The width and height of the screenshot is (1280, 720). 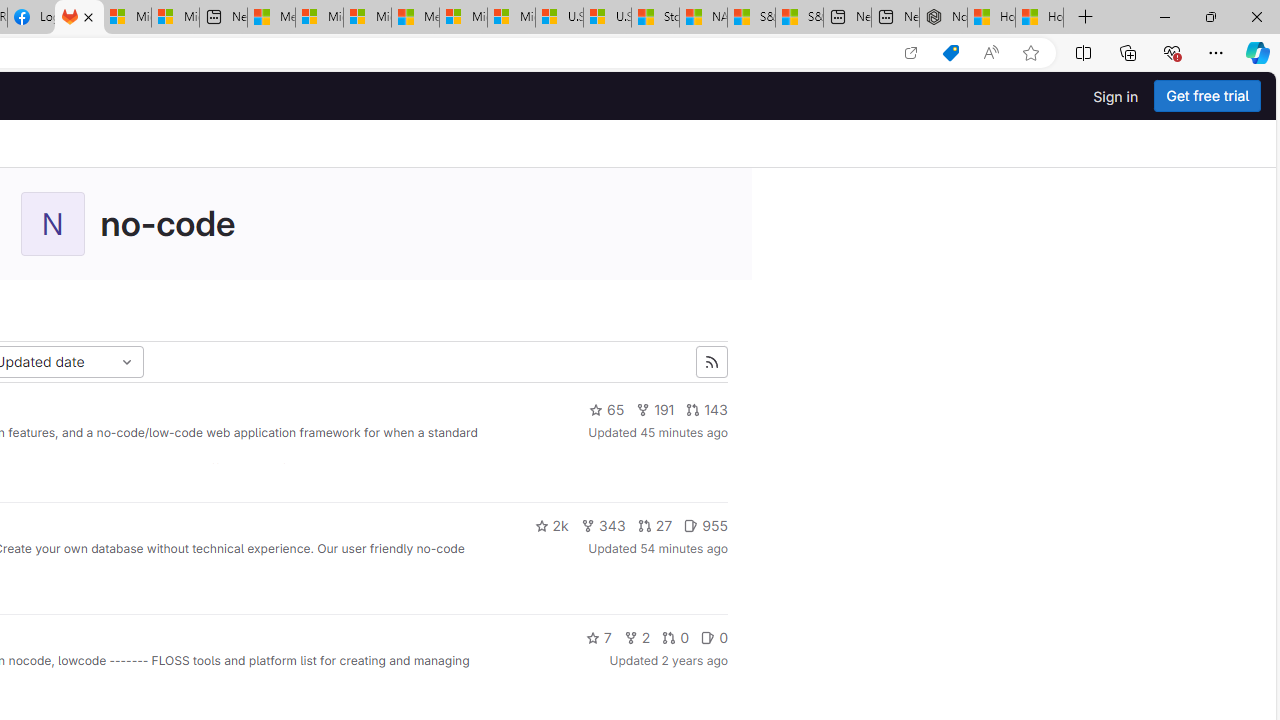 I want to click on 'Subscribe to the new projects feed', so click(x=712, y=362).